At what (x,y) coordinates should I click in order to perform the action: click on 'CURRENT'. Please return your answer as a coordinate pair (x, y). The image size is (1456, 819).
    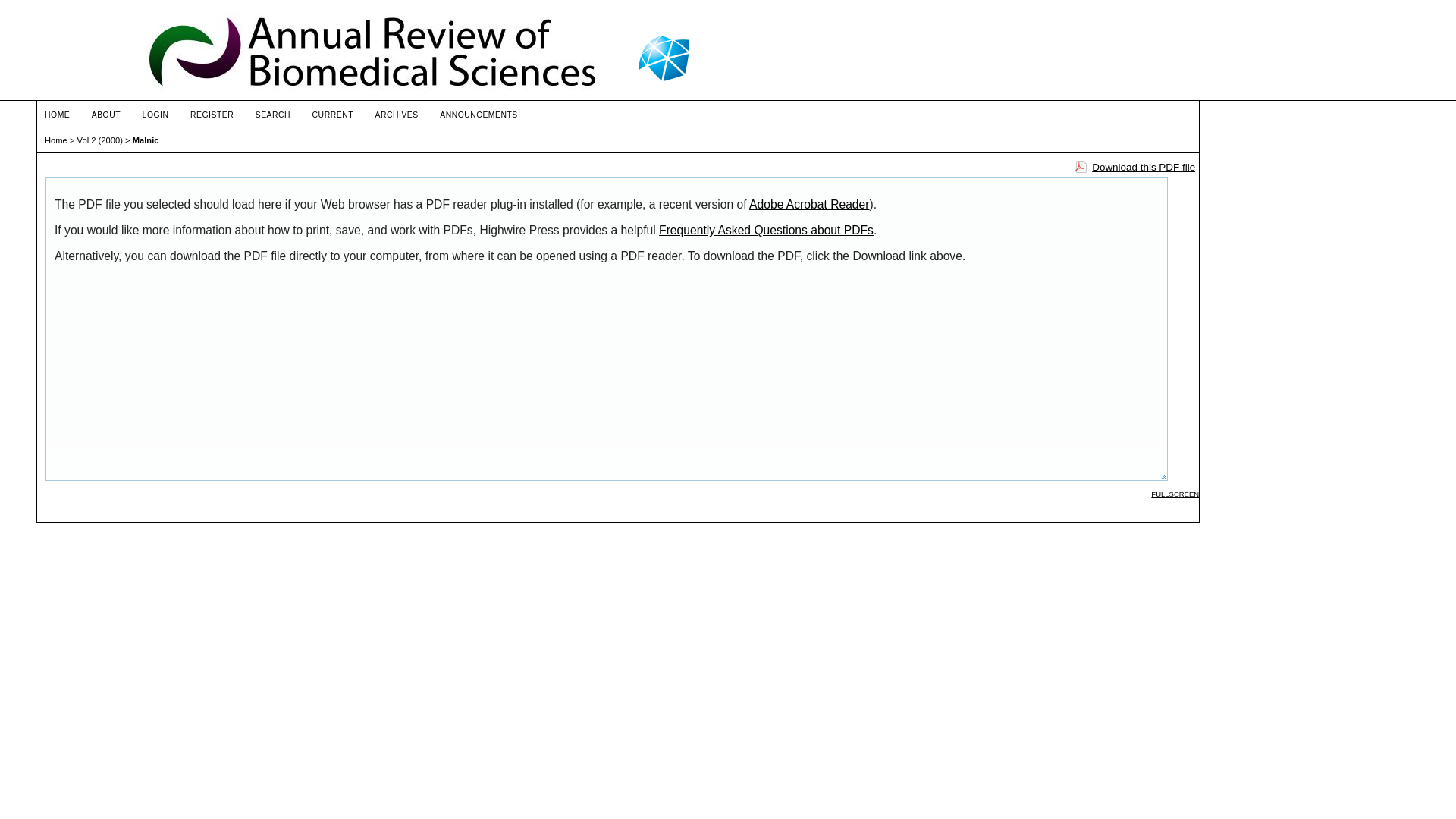
    Looking at the image, I should click on (331, 114).